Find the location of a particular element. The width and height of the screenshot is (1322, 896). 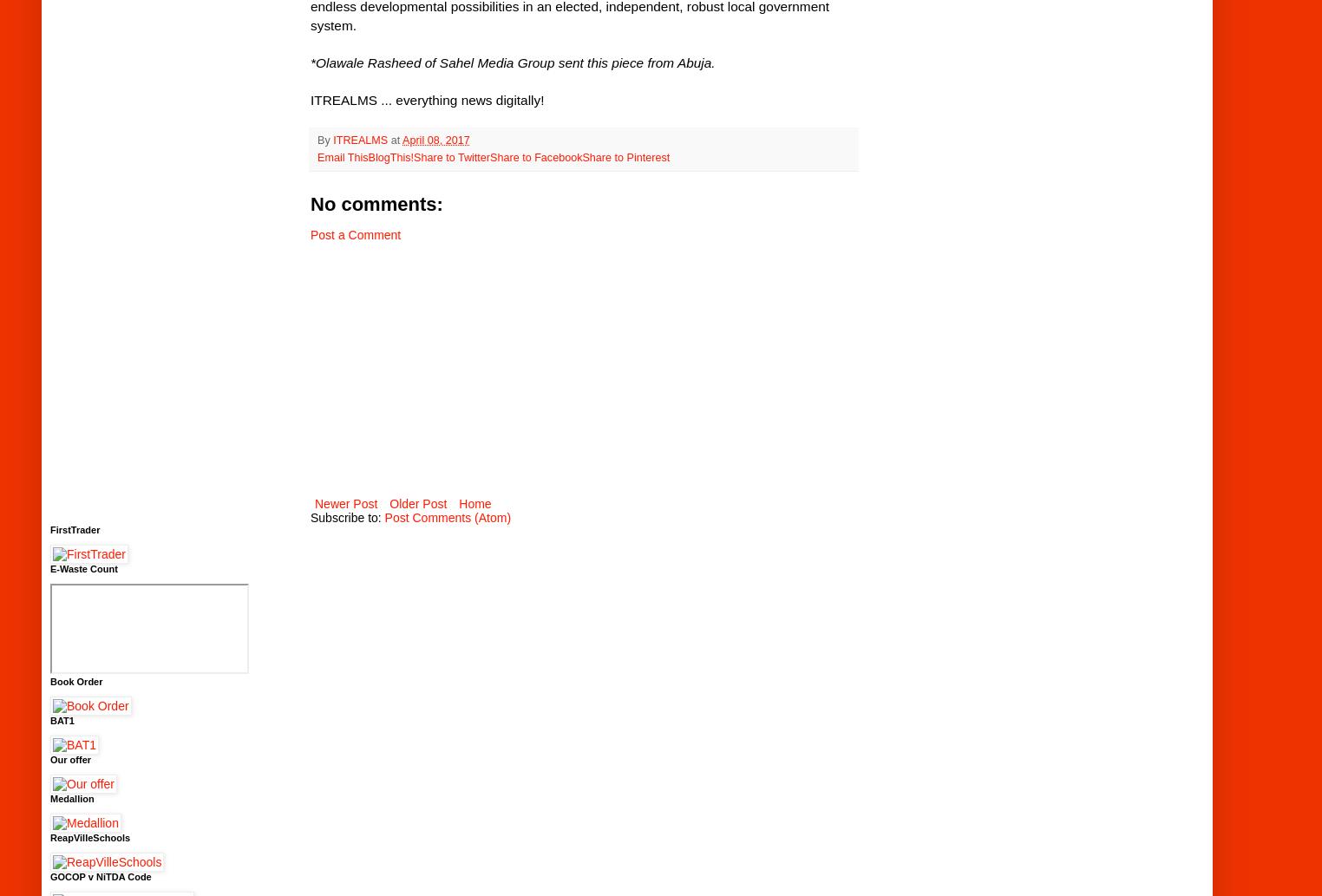

'*Olawale Rasheed of Sahel Media Group sent this piece from Abuja.' is located at coordinates (310, 62).